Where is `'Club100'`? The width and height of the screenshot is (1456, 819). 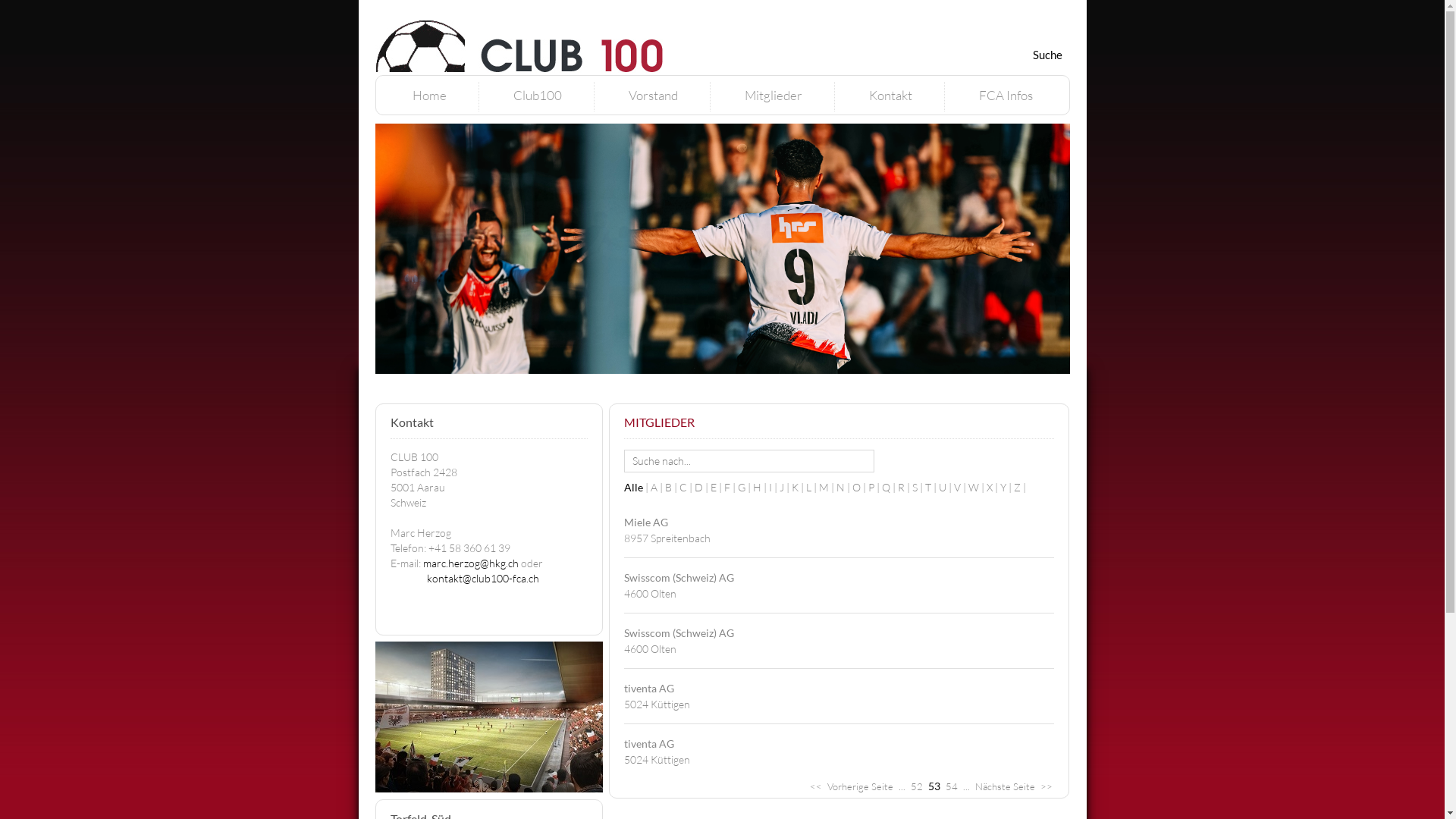
'Club100' is located at coordinates (537, 95).